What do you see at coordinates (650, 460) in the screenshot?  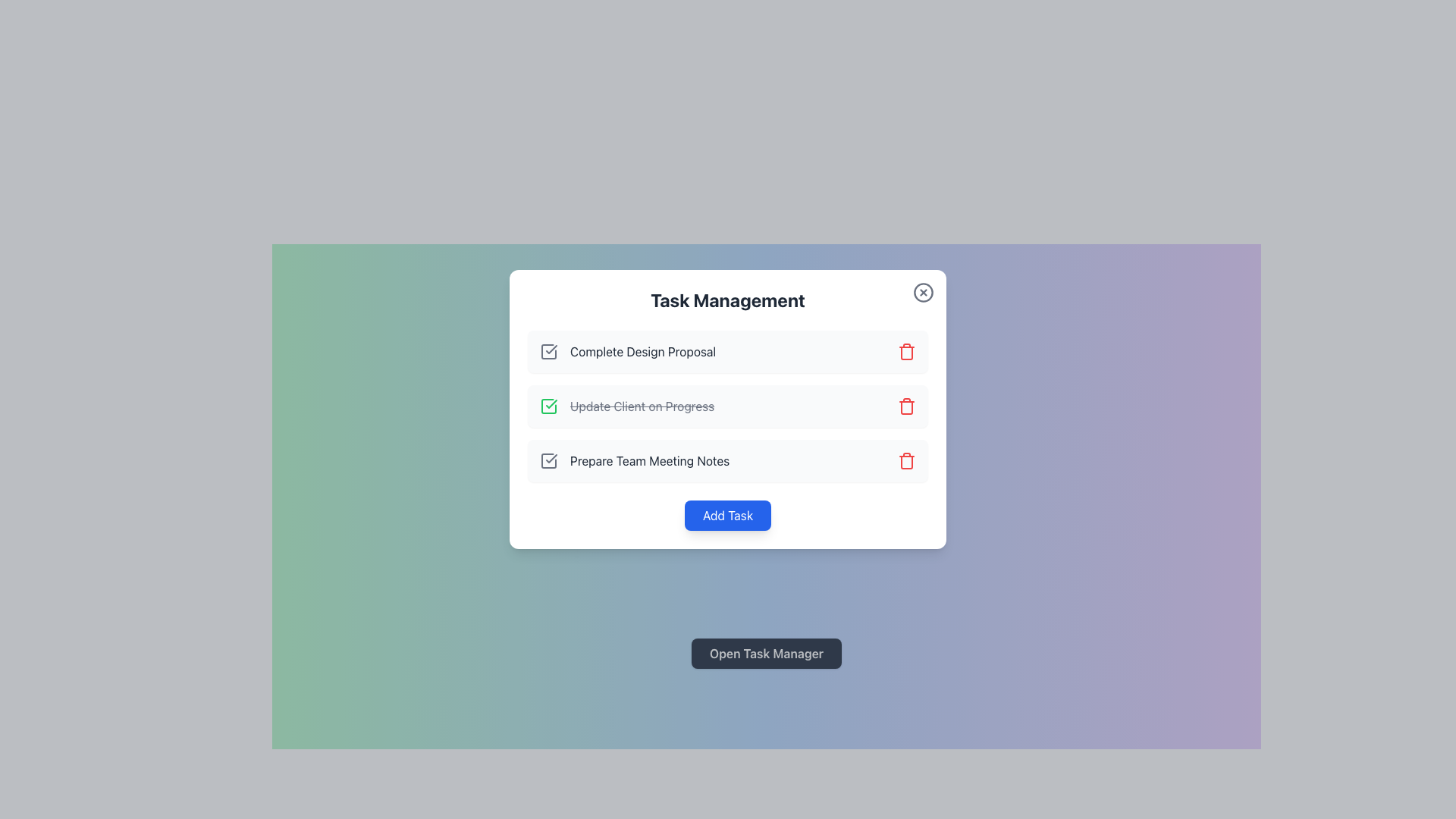 I see `the static text label for the task item in the task management interface, which is the third item in the vertical list, to focus or highlight it` at bounding box center [650, 460].